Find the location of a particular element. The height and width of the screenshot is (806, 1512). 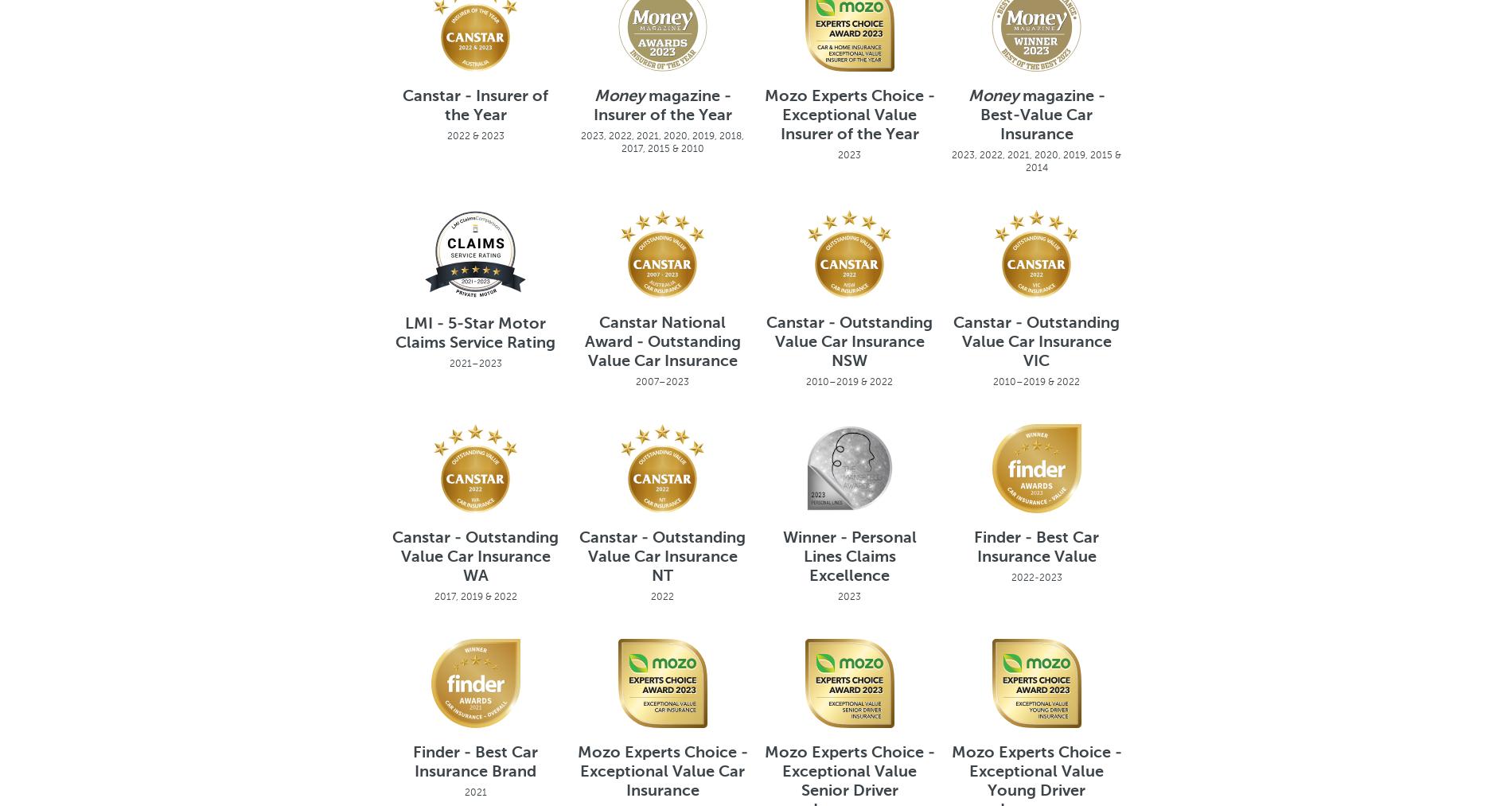

'Mozo Experts Choice - Exceptional Value Insurer of the Year' is located at coordinates (849, 115).